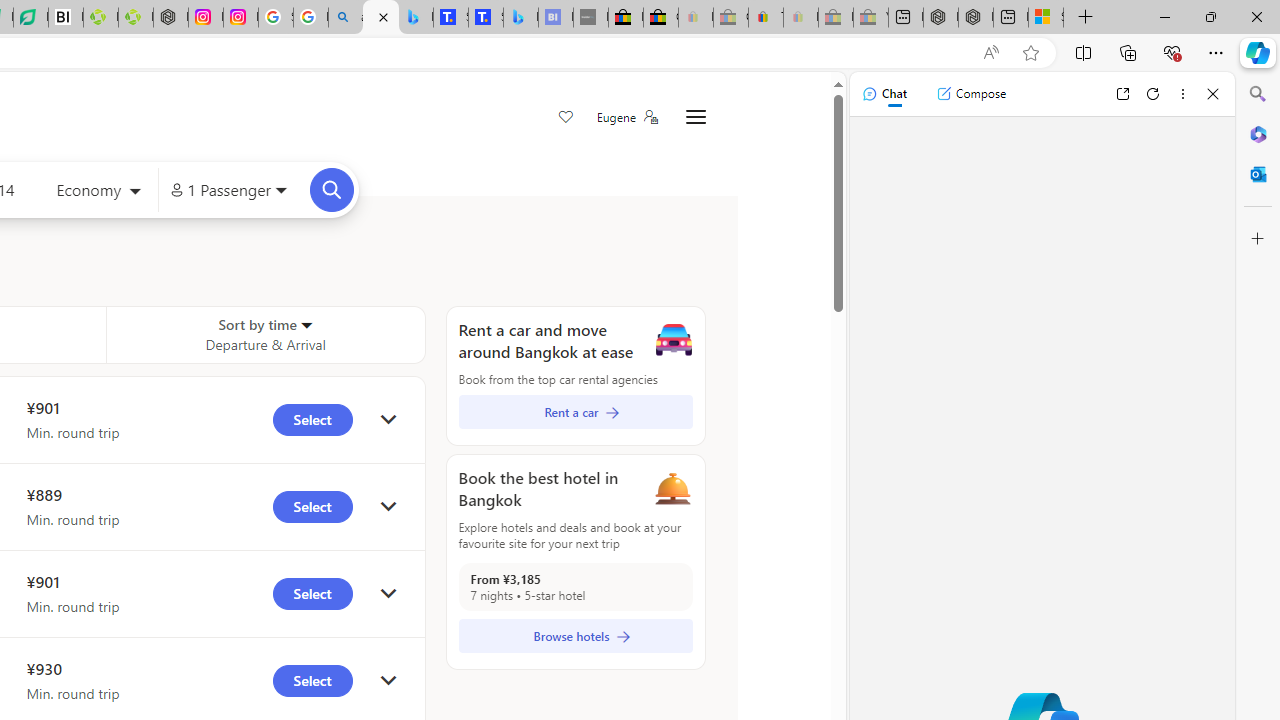 This screenshot has height=720, width=1280. I want to click on 'Nordace - Summer Adventures 2024', so click(976, 17).